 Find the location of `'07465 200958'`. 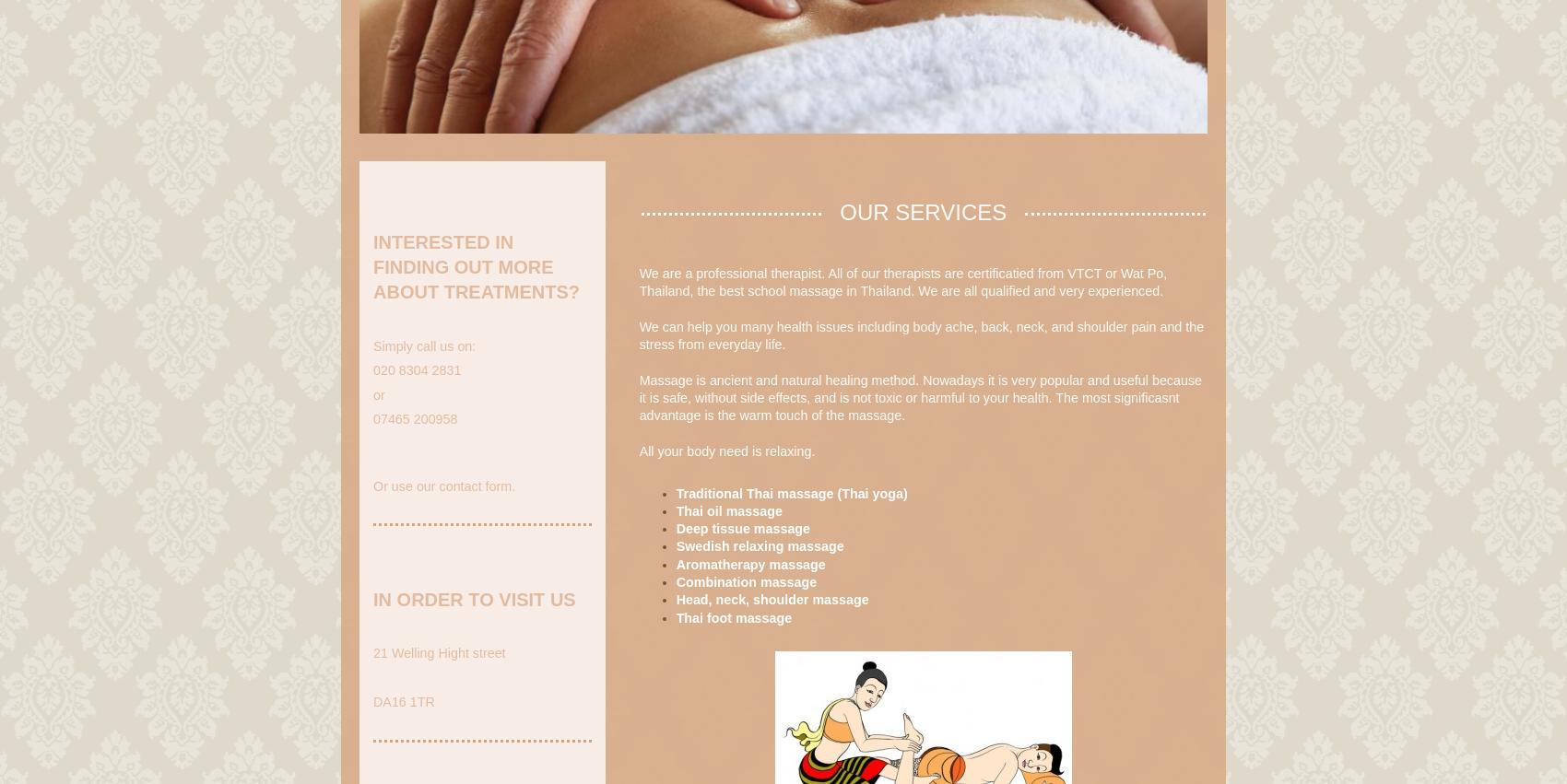

'07465 200958' is located at coordinates (415, 419).